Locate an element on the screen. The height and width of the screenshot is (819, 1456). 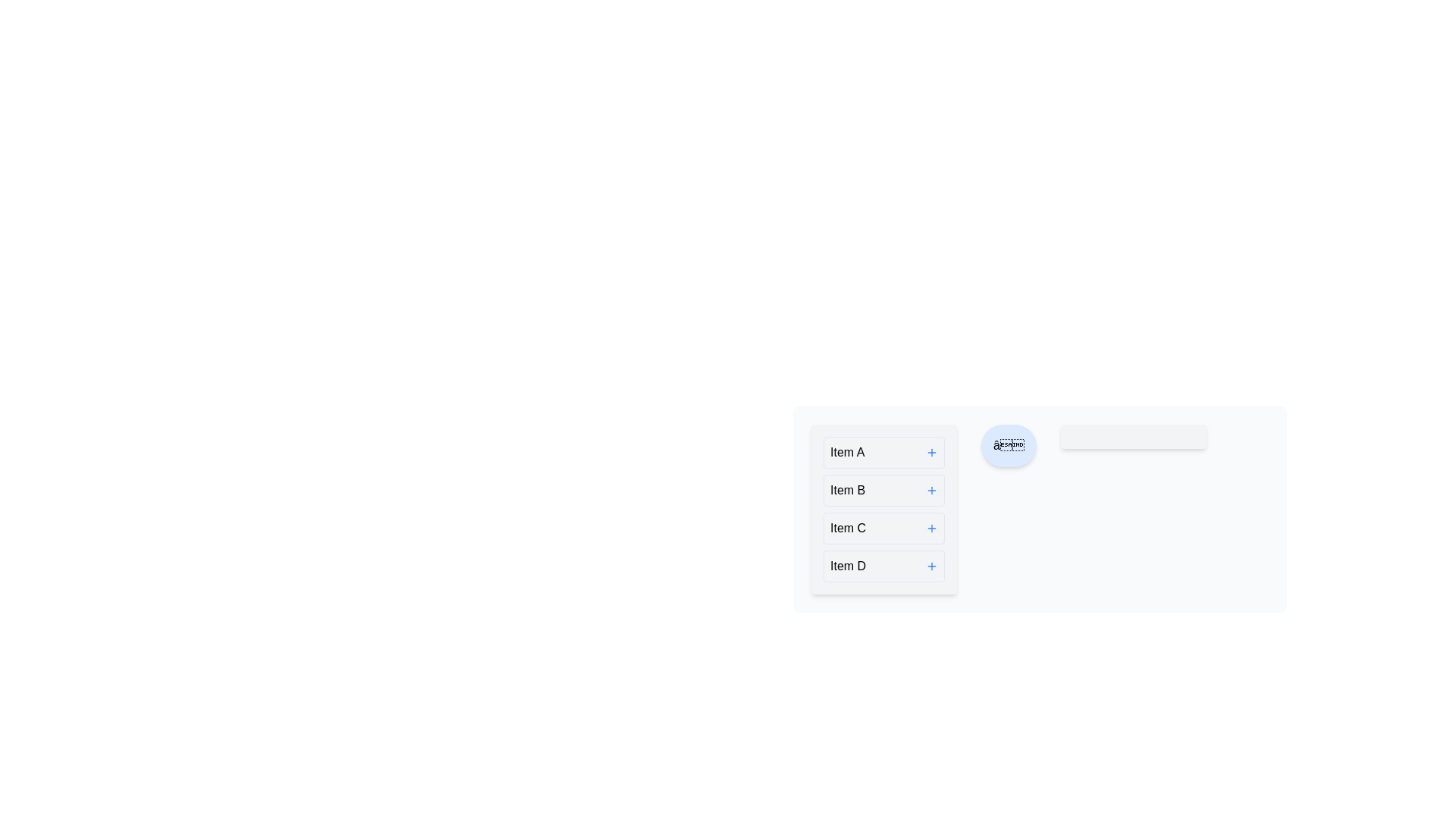
'+' button next to Item C in the left list to select it is located at coordinates (930, 528).